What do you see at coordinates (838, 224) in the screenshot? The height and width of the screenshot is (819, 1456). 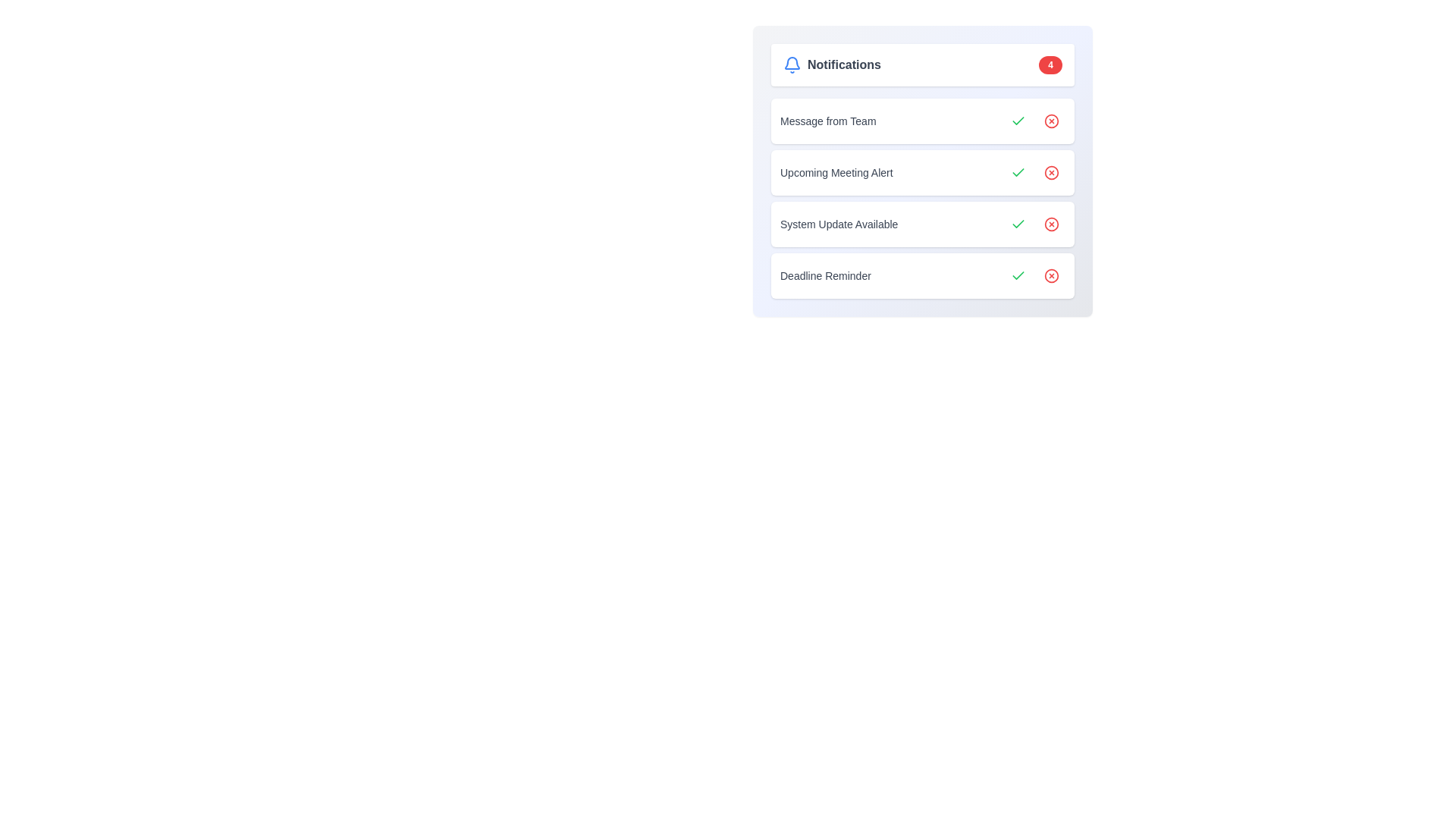 I see `the 'System Update Available' text label, which is the third item in the notifications list, styled in a small, medium weight, gray font` at bounding box center [838, 224].